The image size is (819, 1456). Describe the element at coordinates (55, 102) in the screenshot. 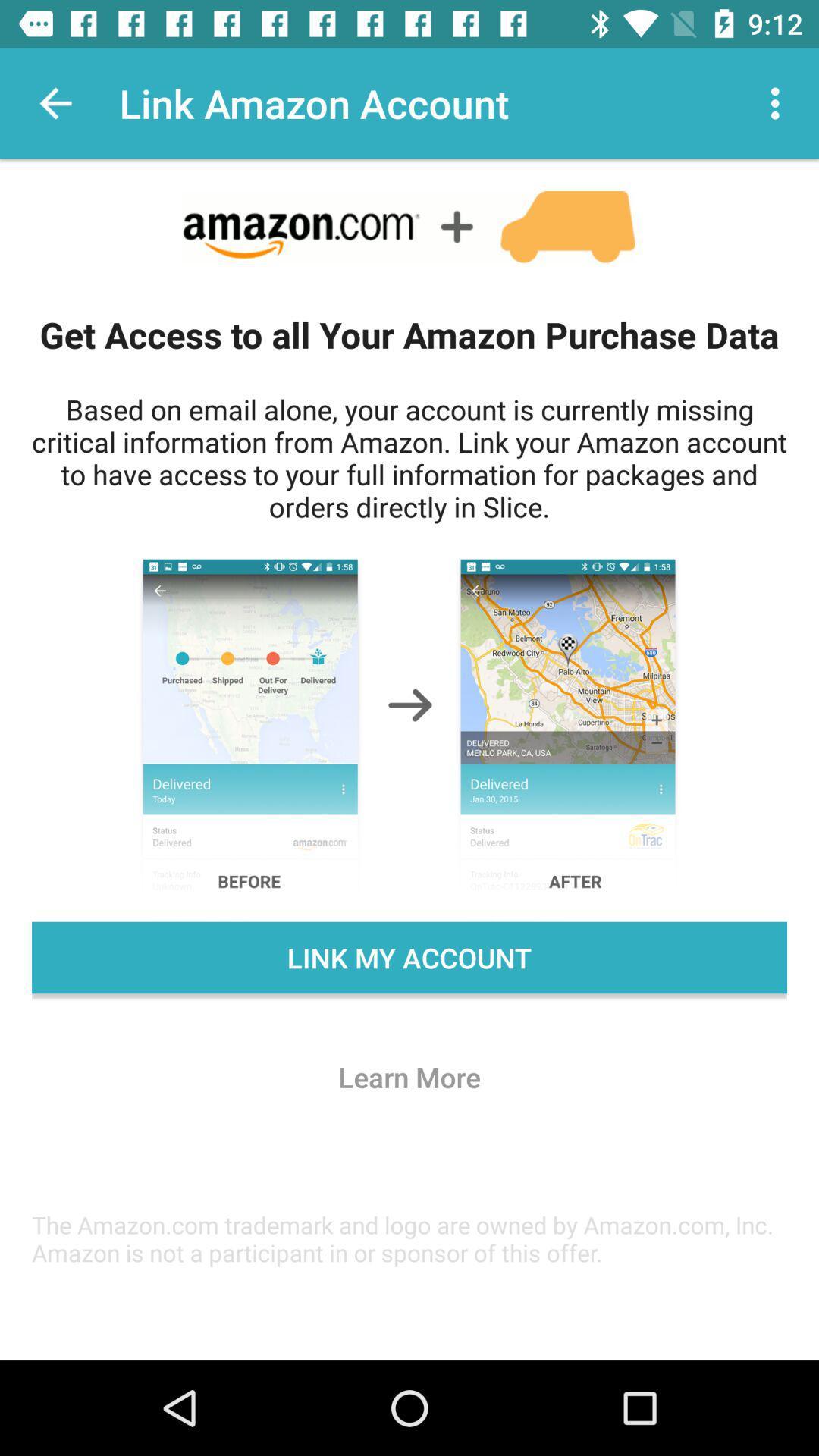

I see `the icon next to the link amazon account app` at that location.